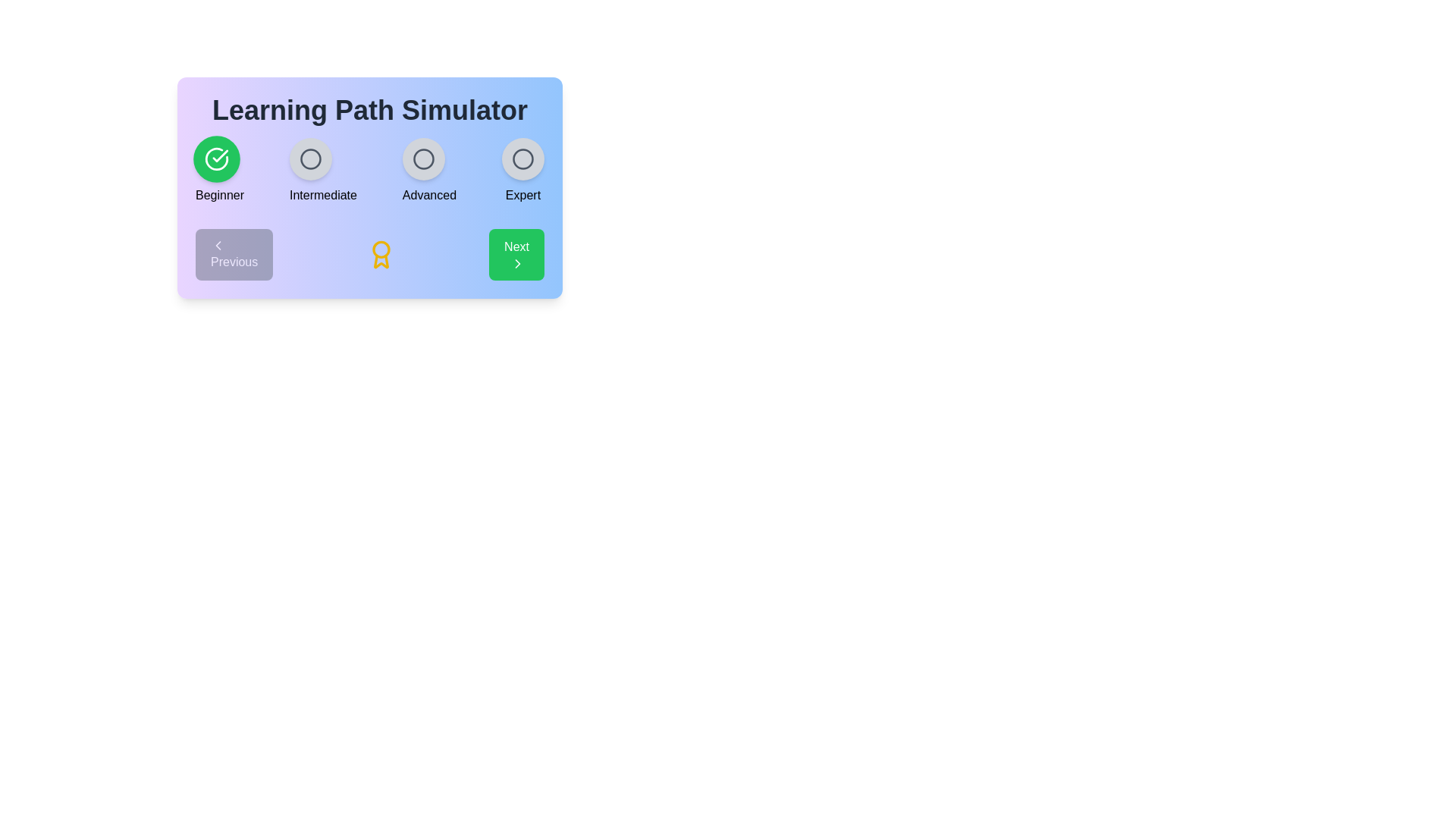 The height and width of the screenshot is (819, 1456). What do you see at coordinates (423, 158) in the screenshot?
I see `the radio button indicator for the 'Advanced' category in the horizontal selection group of levels` at bounding box center [423, 158].